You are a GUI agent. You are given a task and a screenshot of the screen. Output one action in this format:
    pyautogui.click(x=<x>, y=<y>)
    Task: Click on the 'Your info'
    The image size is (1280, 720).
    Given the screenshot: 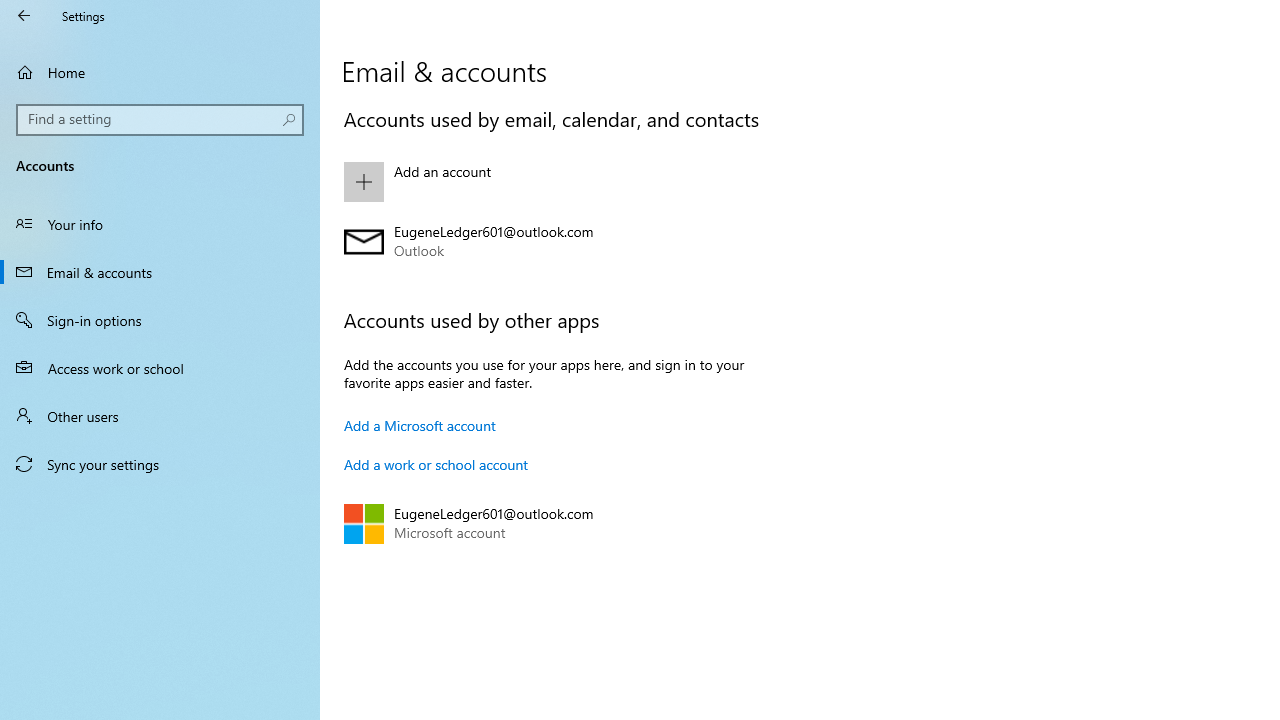 What is the action you would take?
    pyautogui.click(x=160, y=223)
    